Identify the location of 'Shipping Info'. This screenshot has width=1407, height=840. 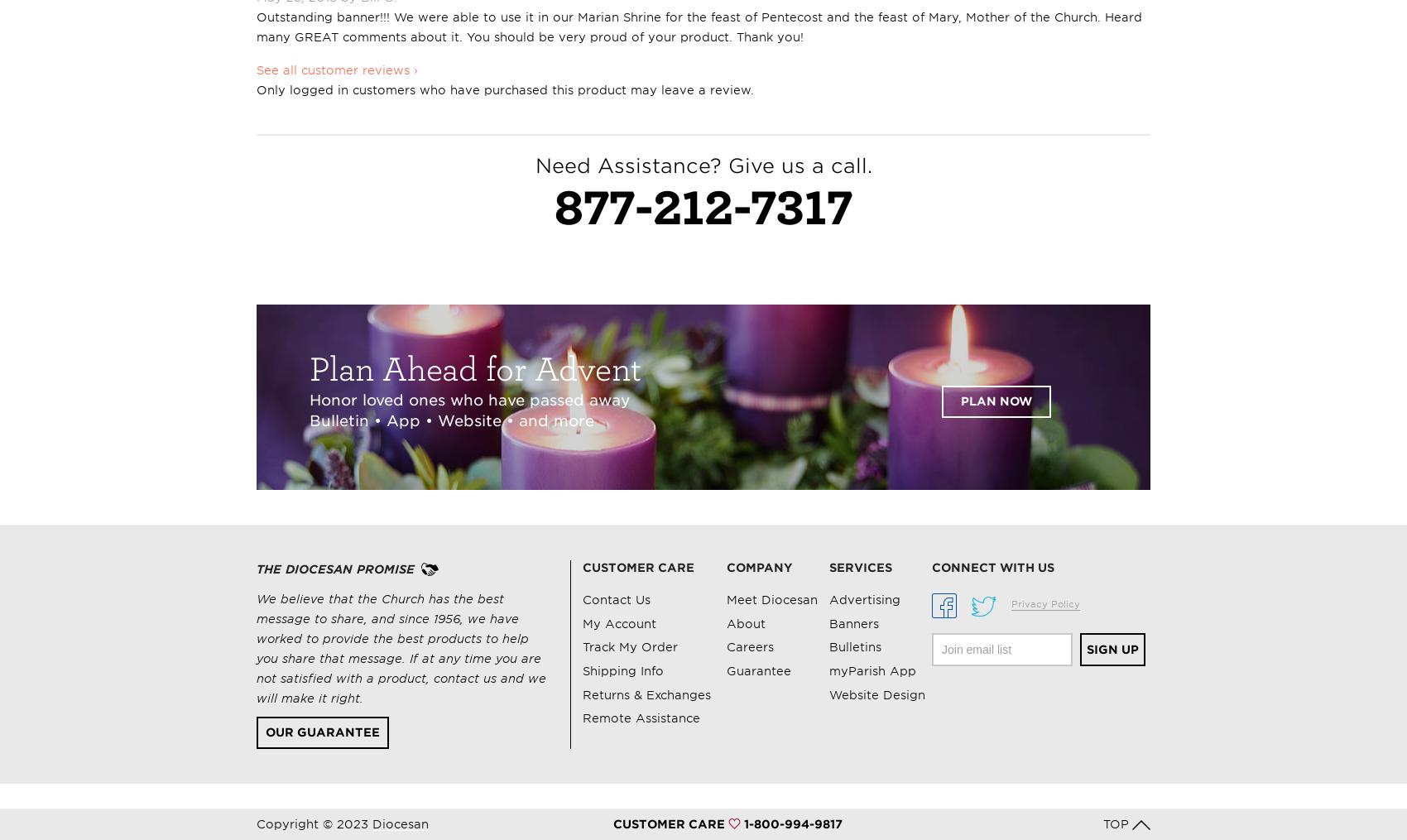
(622, 670).